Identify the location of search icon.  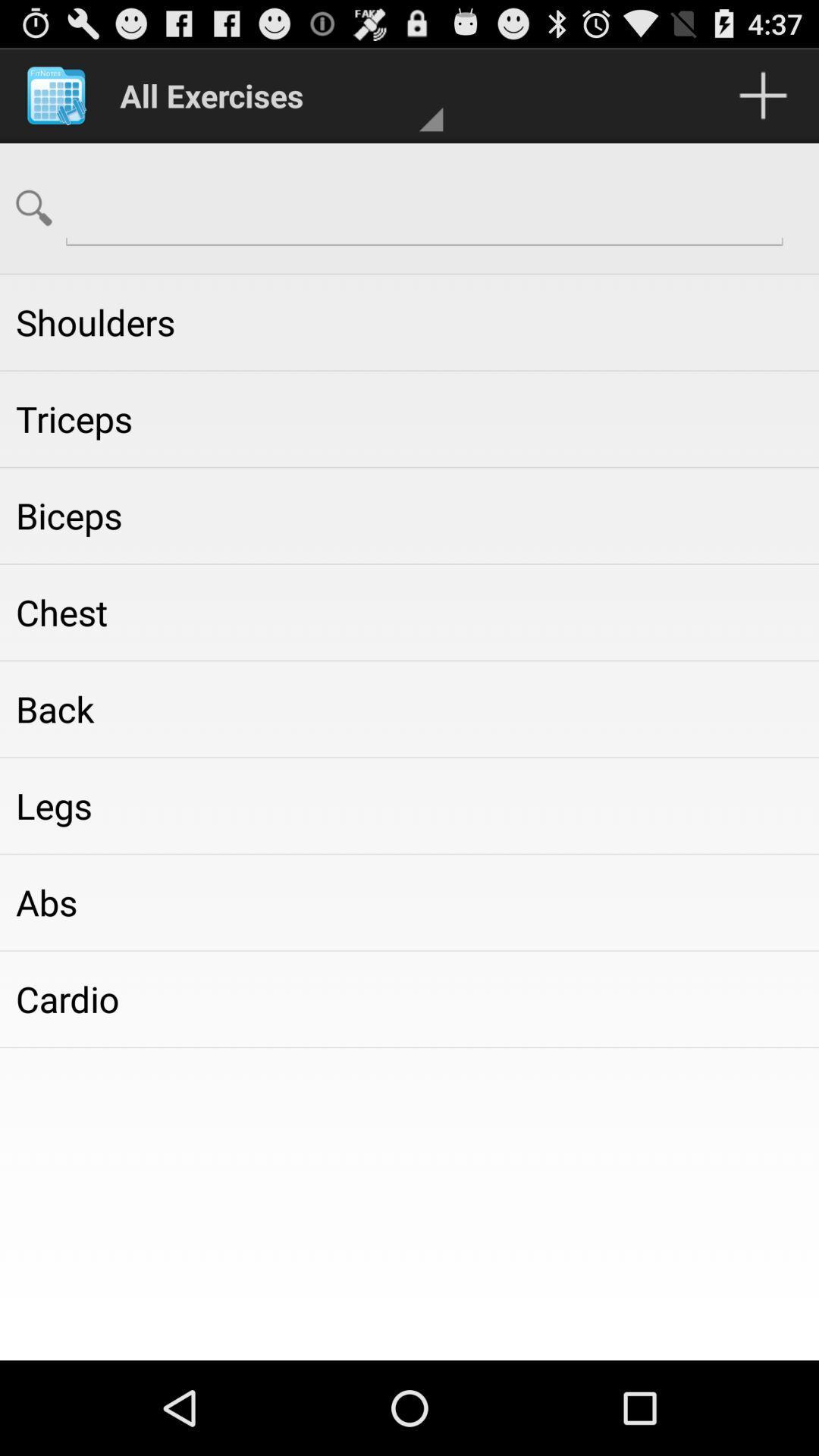
(34, 207).